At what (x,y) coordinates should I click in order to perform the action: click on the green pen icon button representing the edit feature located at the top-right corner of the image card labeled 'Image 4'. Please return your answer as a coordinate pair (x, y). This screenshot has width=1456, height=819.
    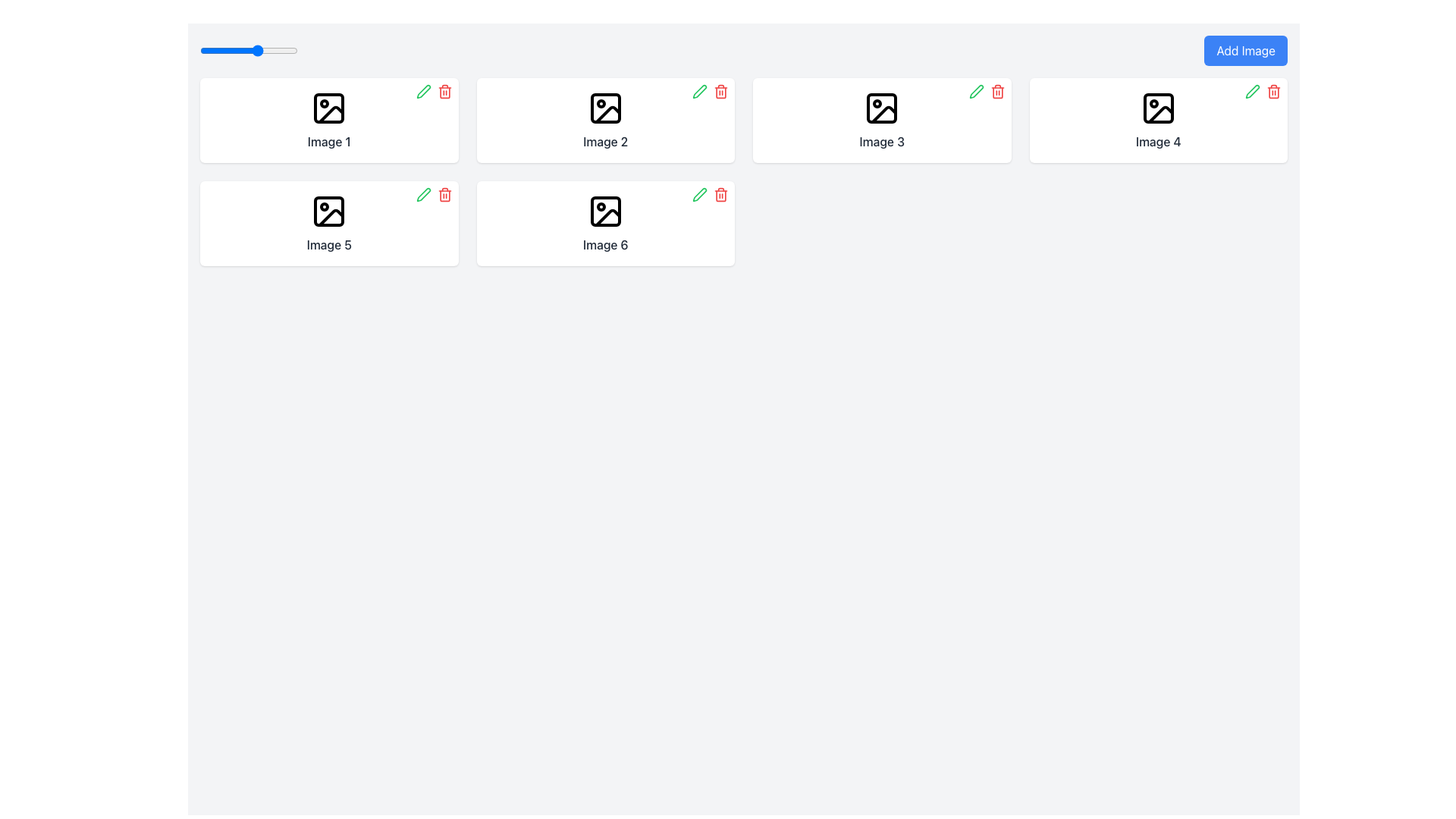
    Looking at the image, I should click on (1252, 91).